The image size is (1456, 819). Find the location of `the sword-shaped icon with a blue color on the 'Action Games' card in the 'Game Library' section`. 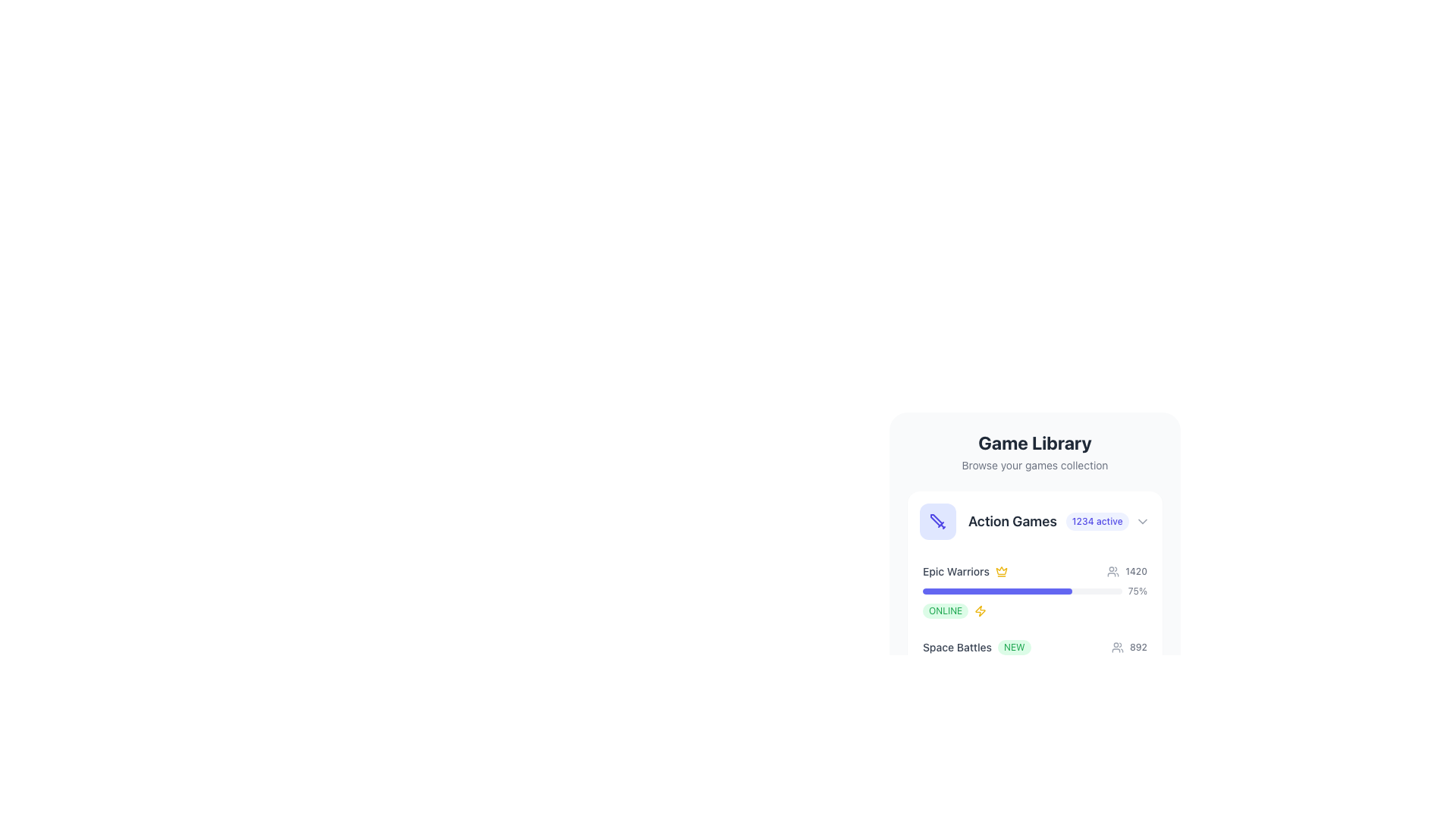

the sword-shaped icon with a blue color on the 'Action Games' card in the 'Game Library' section is located at coordinates (937, 520).